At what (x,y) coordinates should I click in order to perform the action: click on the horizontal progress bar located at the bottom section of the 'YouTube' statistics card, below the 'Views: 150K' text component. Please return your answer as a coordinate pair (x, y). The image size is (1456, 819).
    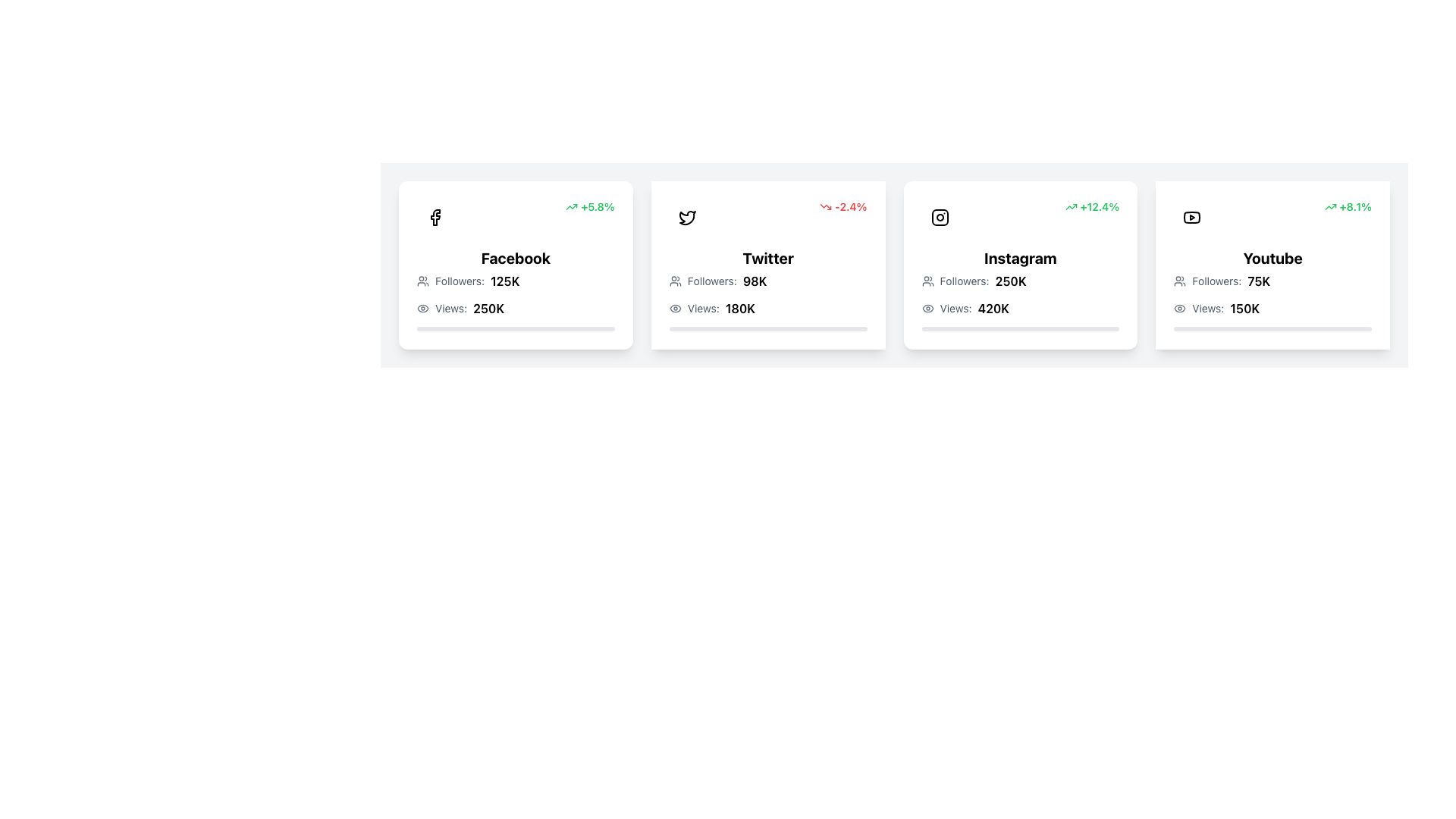
    Looking at the image, I should click on (1272, 328).